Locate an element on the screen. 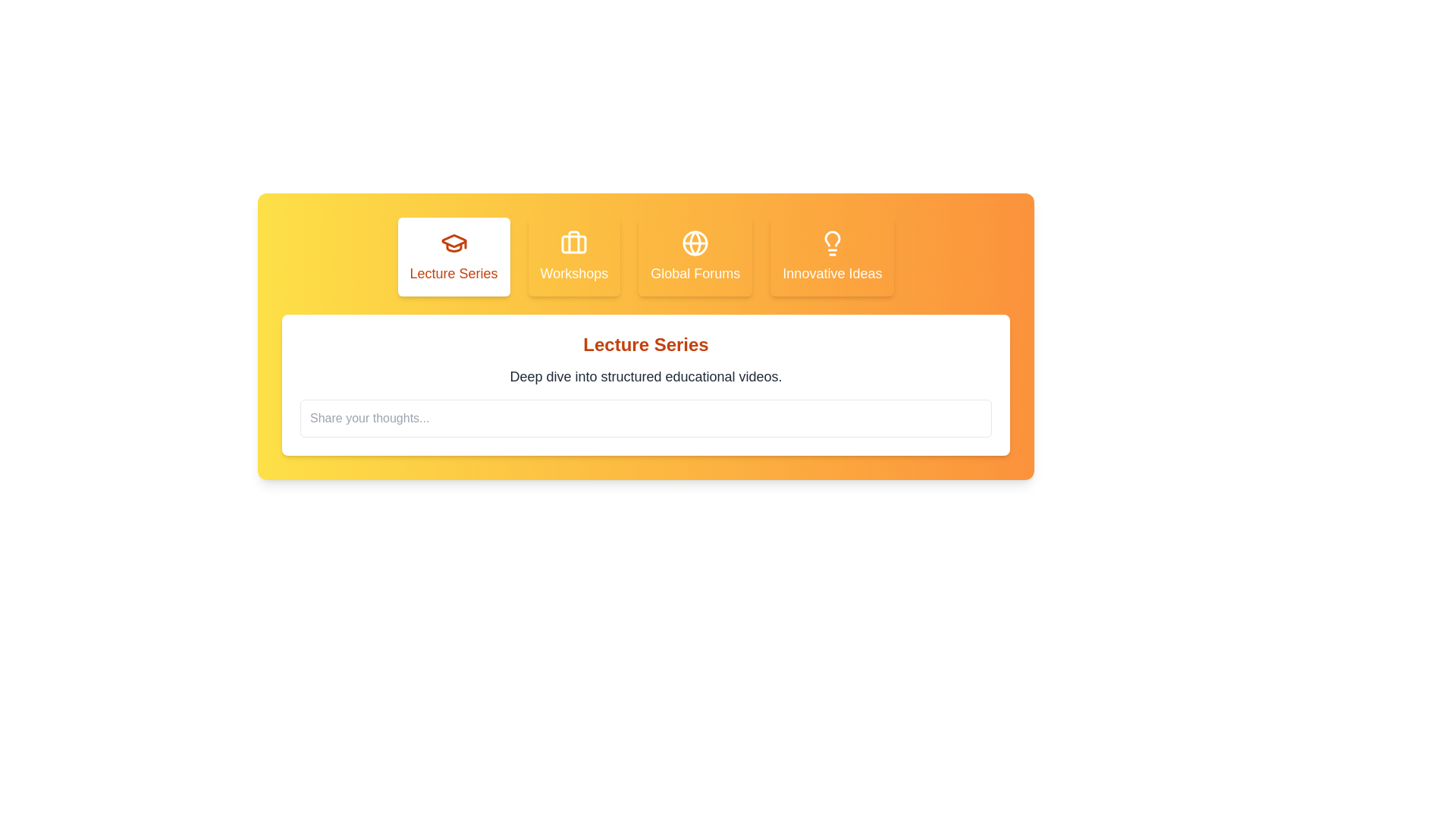  the tab corresponding to Workshops is located at coordinates (573, 256).